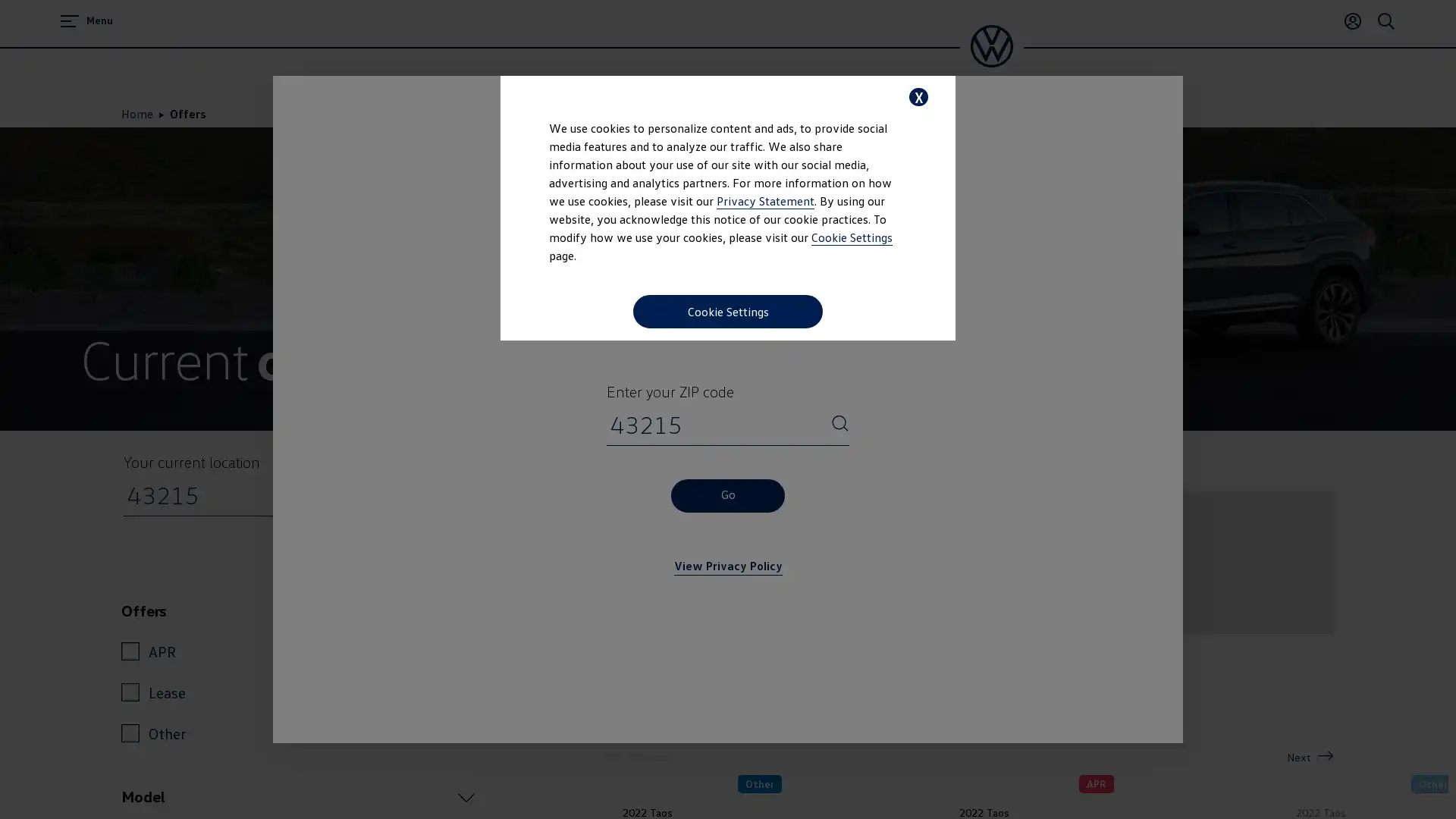 This screenshot has width=1456, height=819. Describe the element at coordinates (86, 20) in the screenshot. I see `Menu` at that location.